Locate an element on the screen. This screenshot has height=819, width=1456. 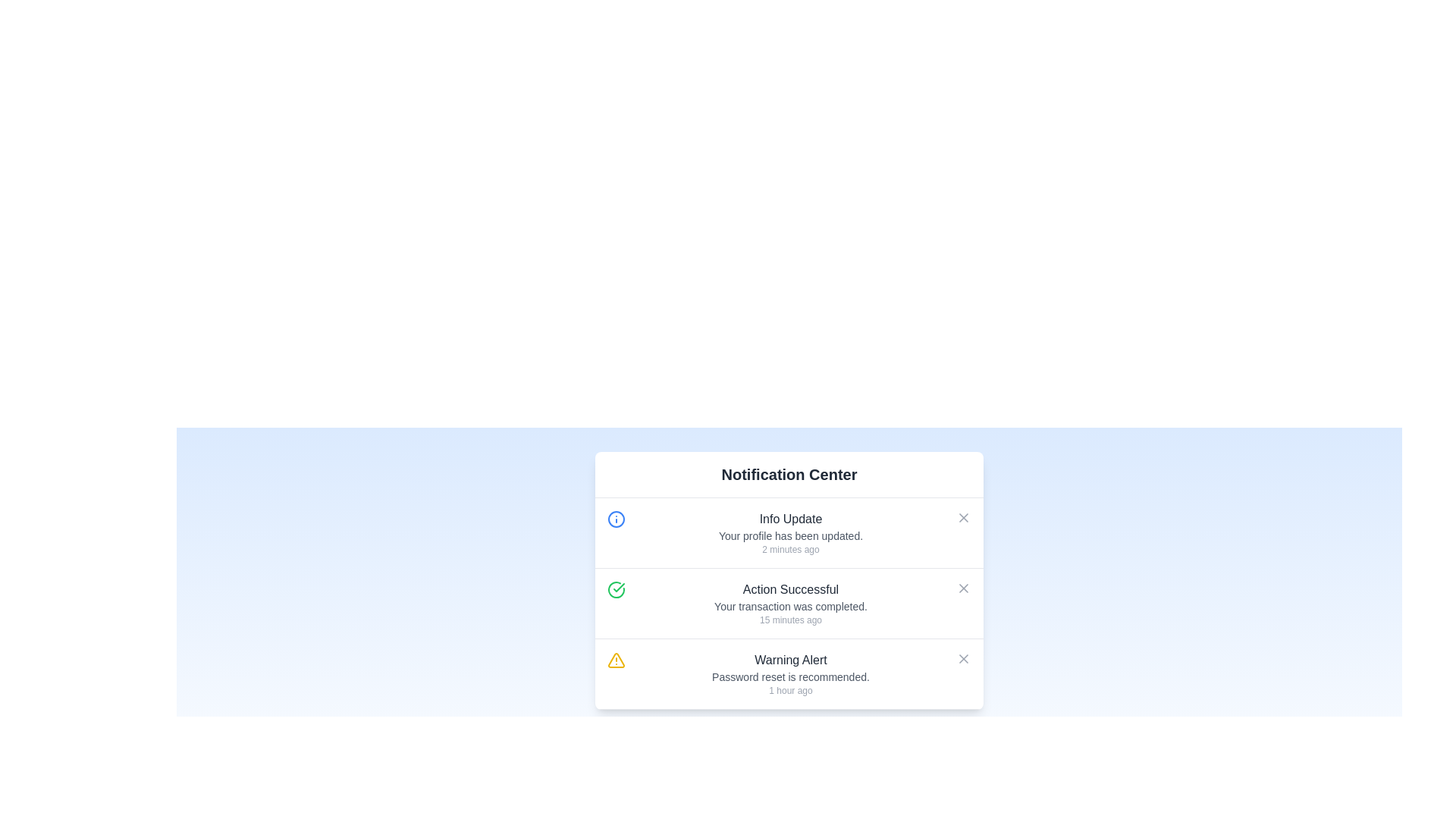
the circular icon with a green checkmark representing success, located to the left of the text 'Action Successful' is located at coordinates (616, 589).